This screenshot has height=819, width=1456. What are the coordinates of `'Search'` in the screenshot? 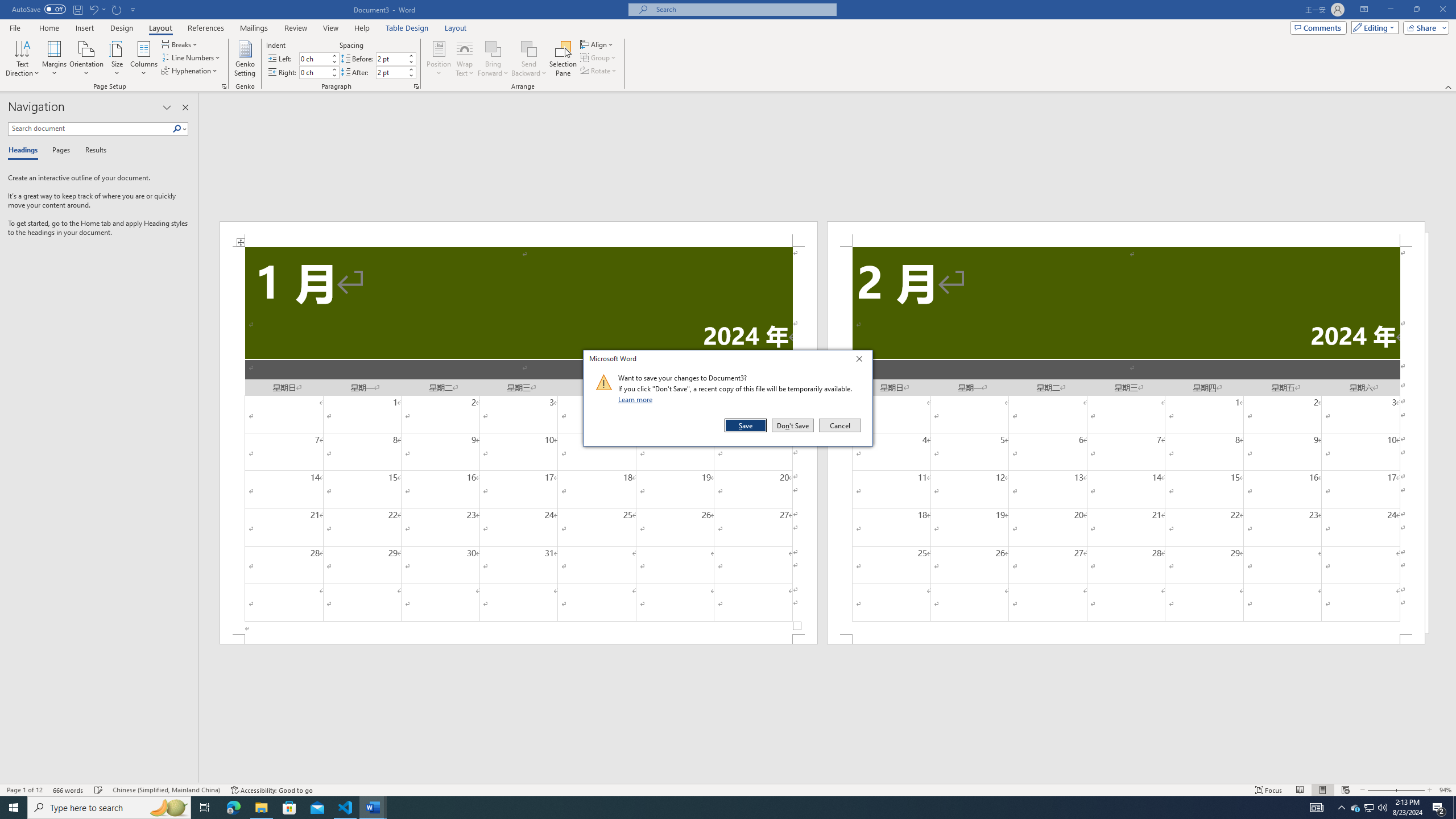 It's located at (177, 128).